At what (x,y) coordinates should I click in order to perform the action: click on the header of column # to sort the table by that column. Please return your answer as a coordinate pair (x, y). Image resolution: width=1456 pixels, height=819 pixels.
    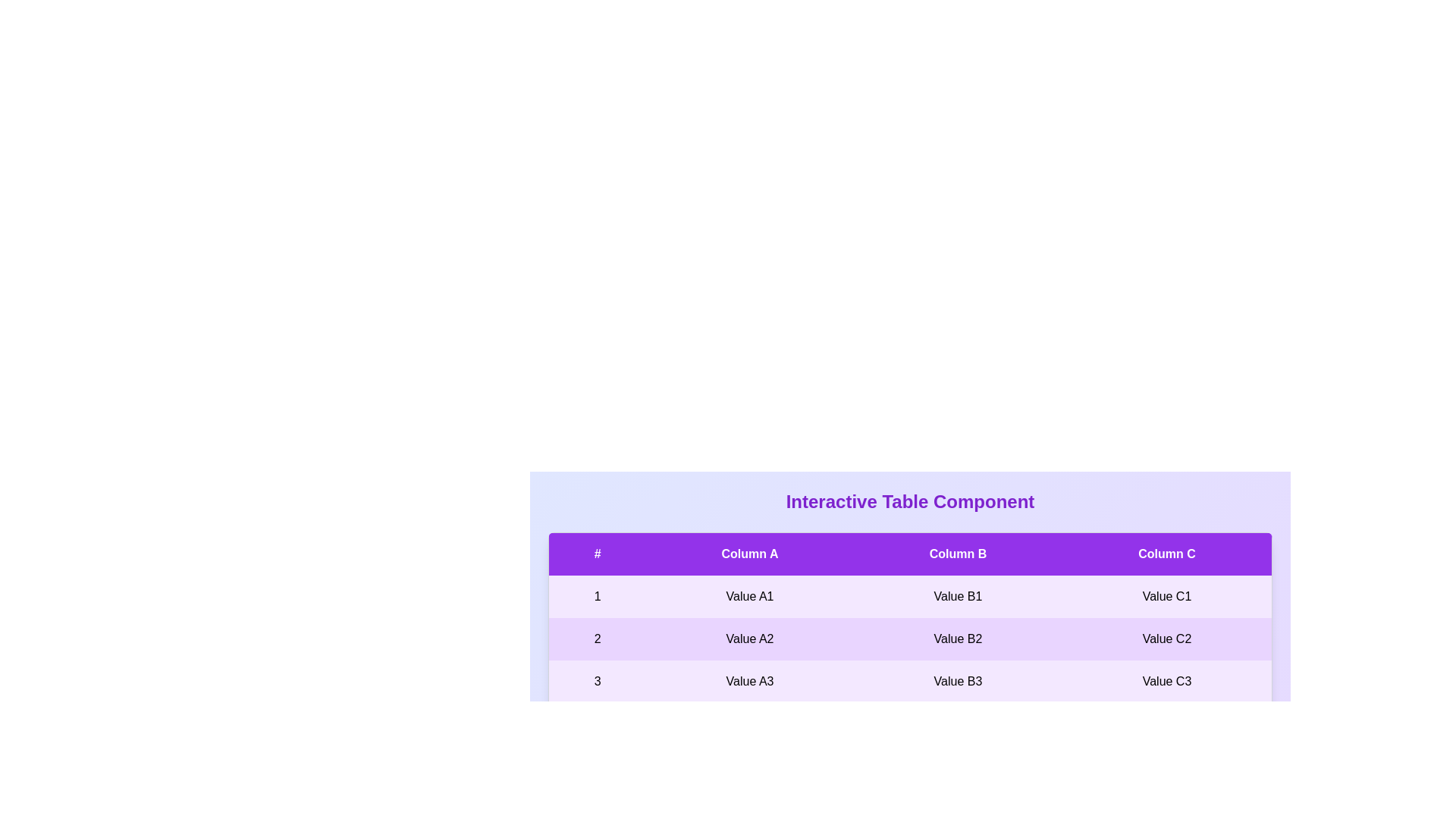
    Looking at the image, I should click on (596, 554).